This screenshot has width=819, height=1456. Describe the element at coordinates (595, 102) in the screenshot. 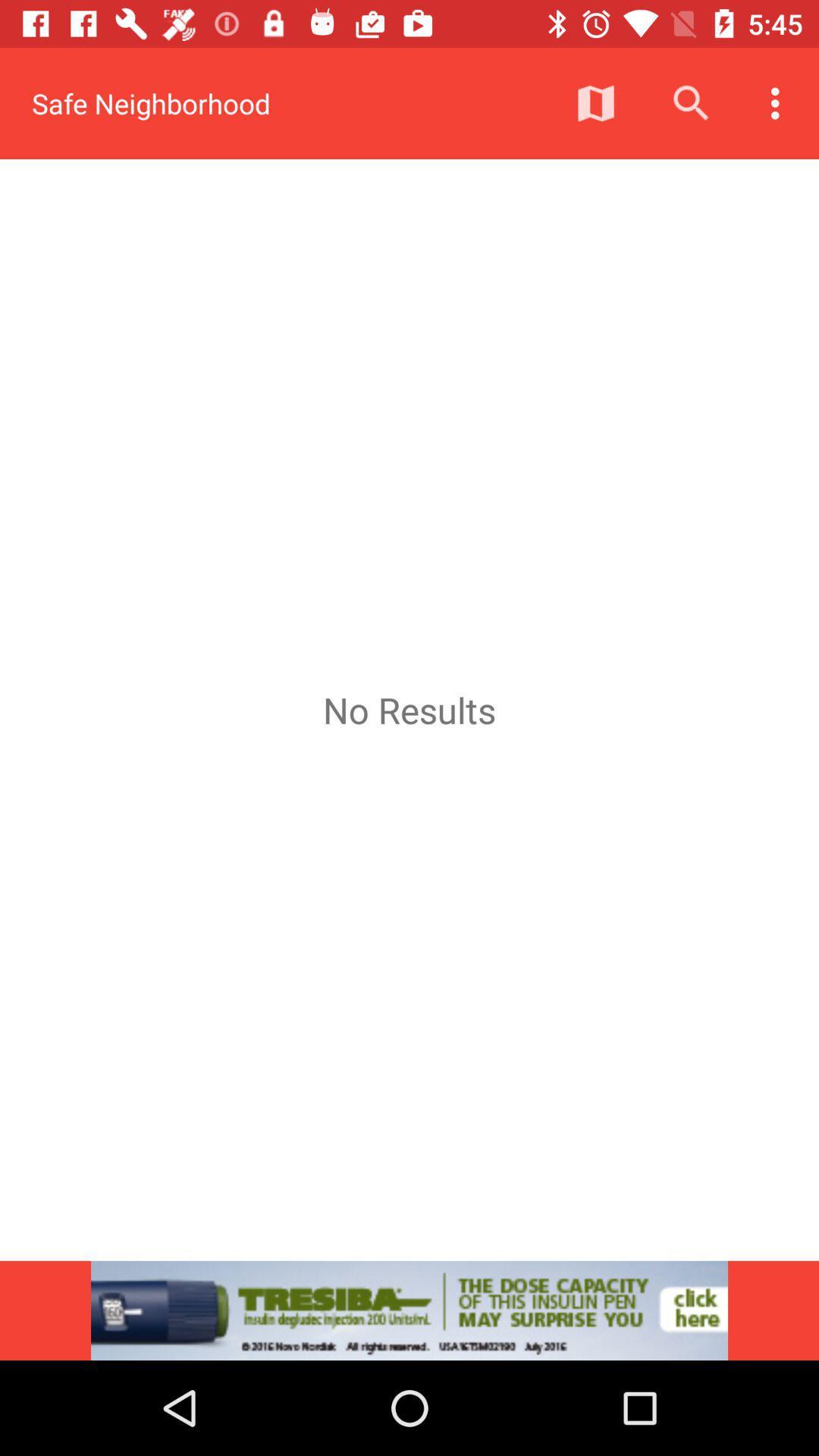

I see `the icon above no results item` at that location.